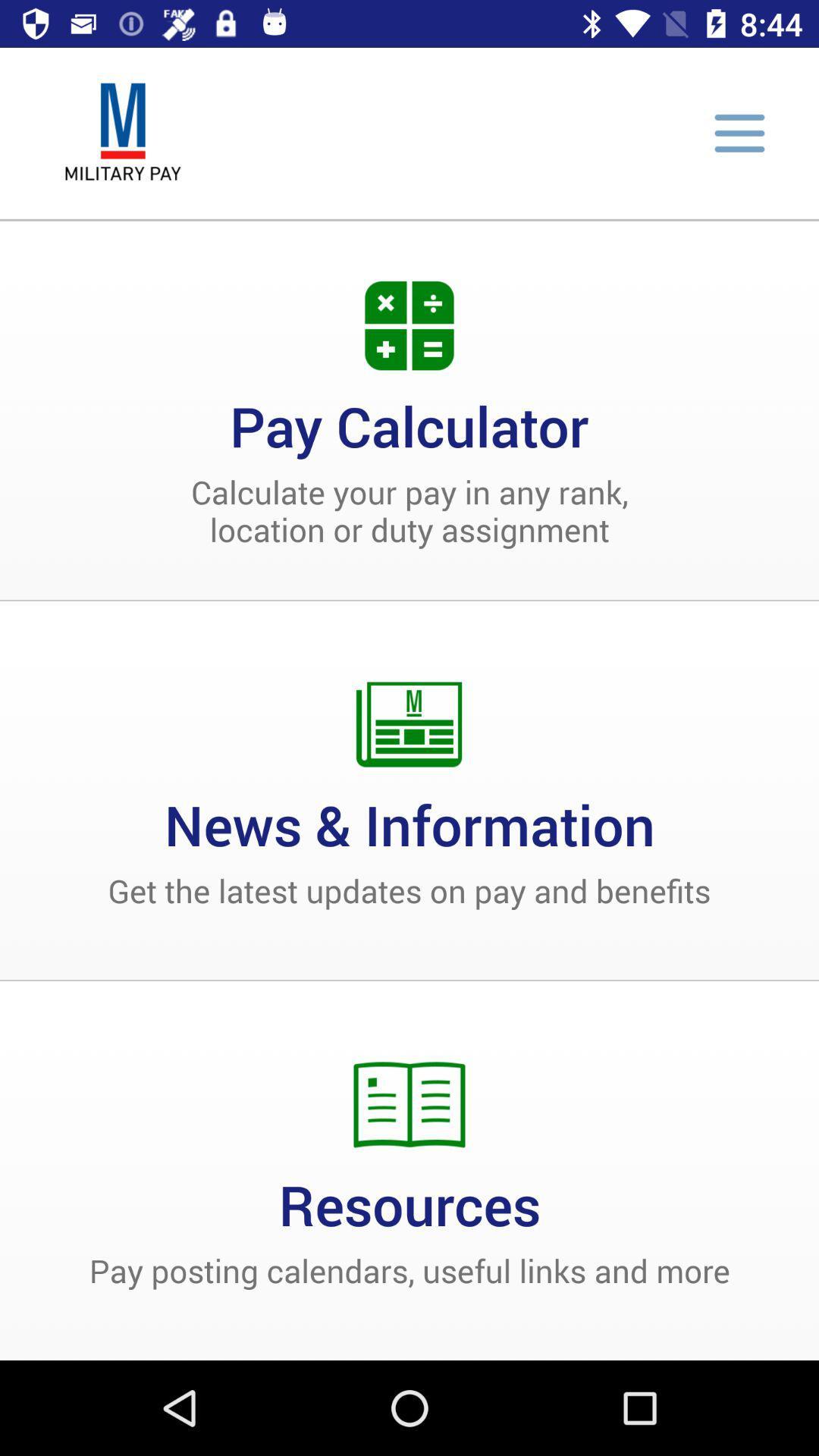 The height and width of the screenshot is (1456, 819). I want to click on settings, so click(739, 133).